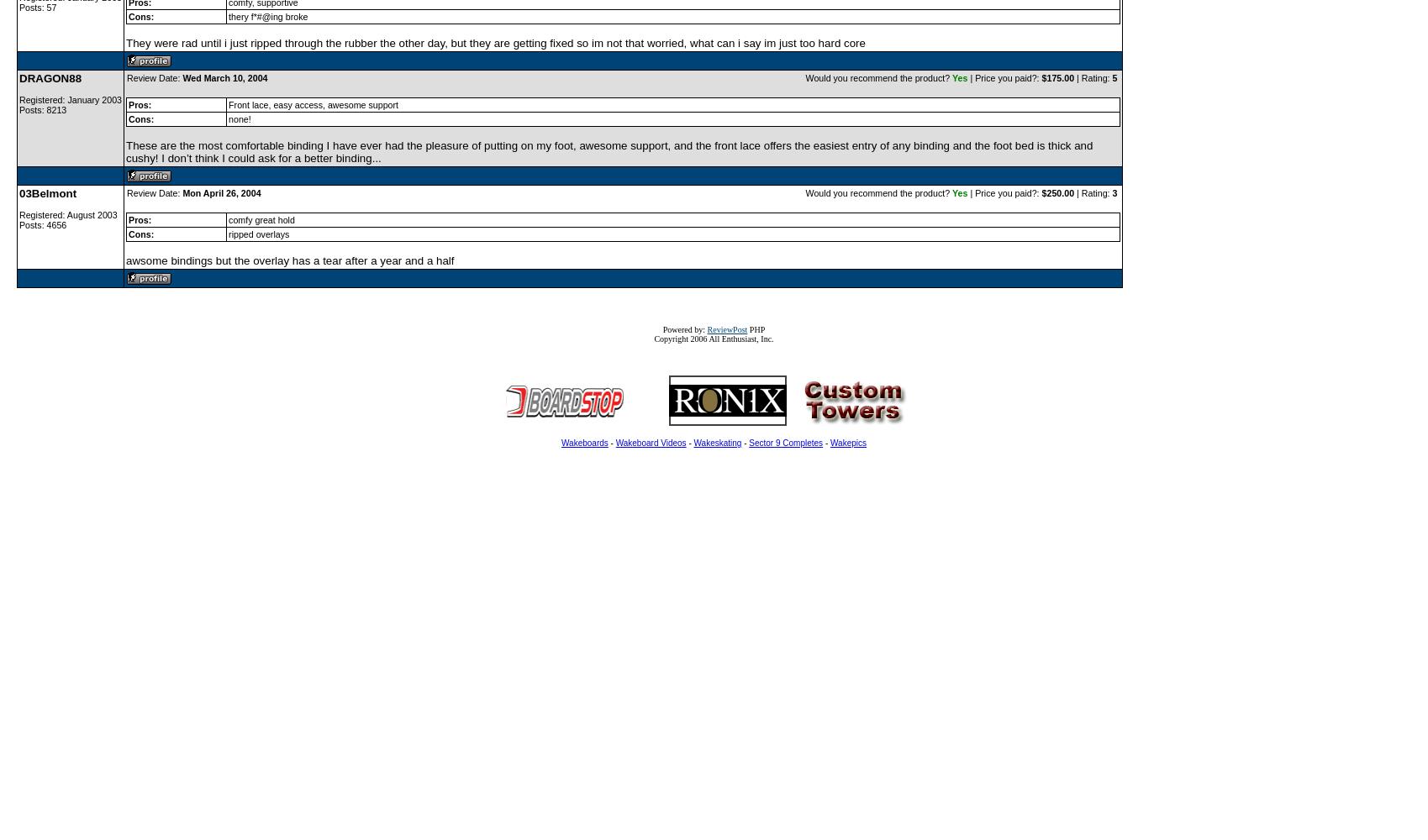 This screenshot has width=1428, height=840. I want to click on '$250.00', so click(1057, 192).